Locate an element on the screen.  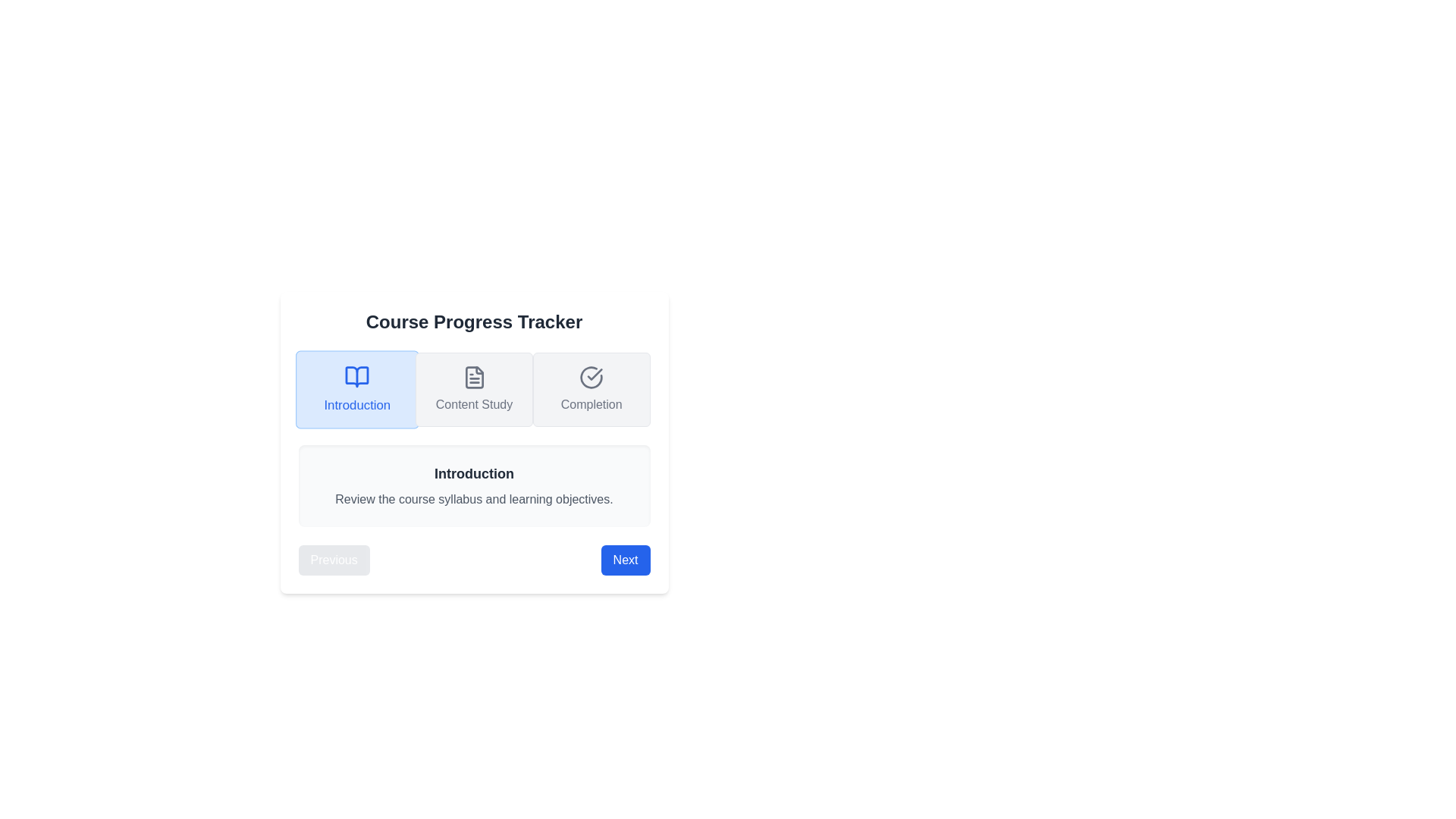
the card with a light gray background and a circular checkmark icon at the top center is located at coordinates (591, 388).